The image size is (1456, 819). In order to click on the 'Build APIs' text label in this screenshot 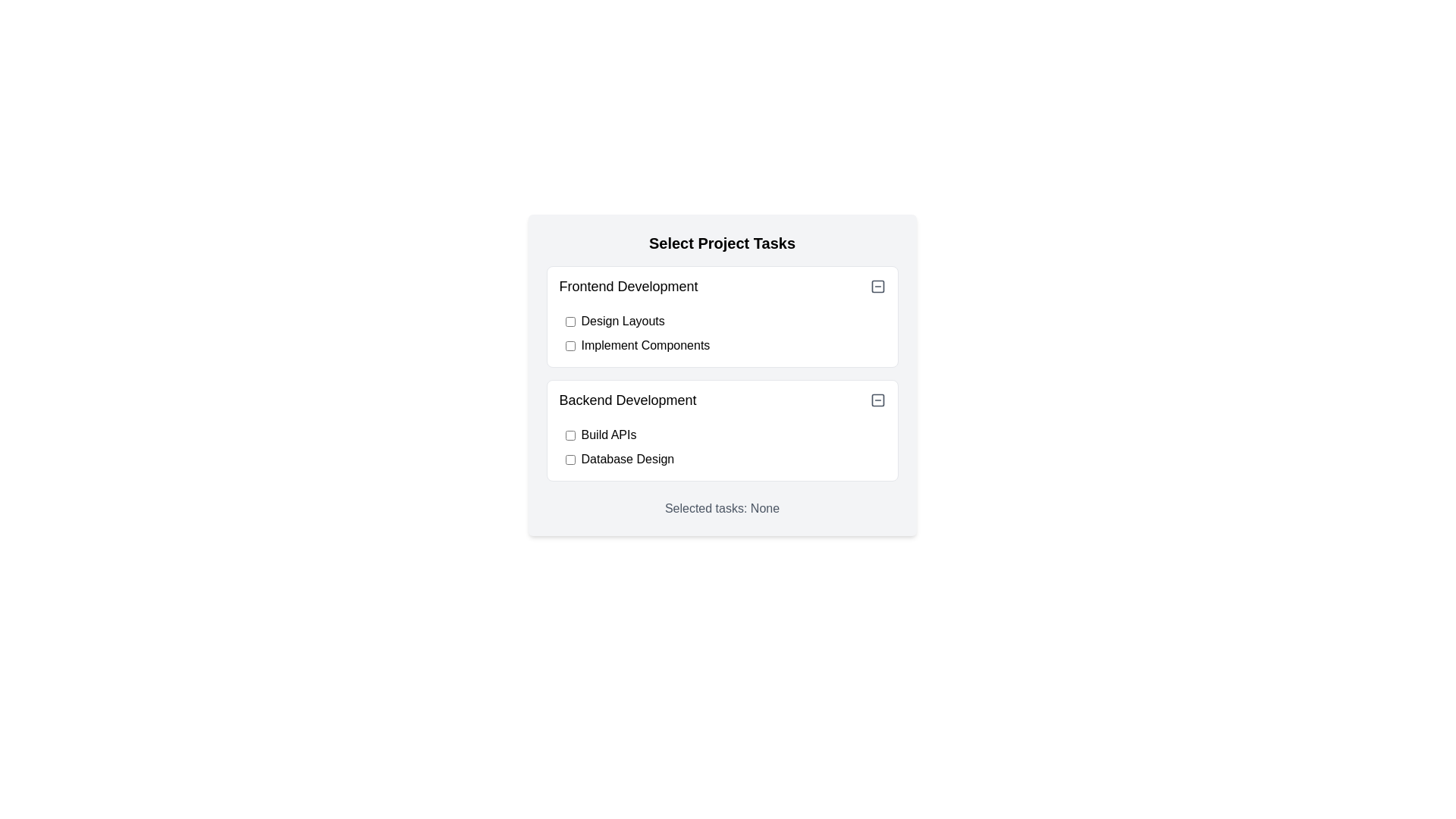, I will do `click(608, 435)`.